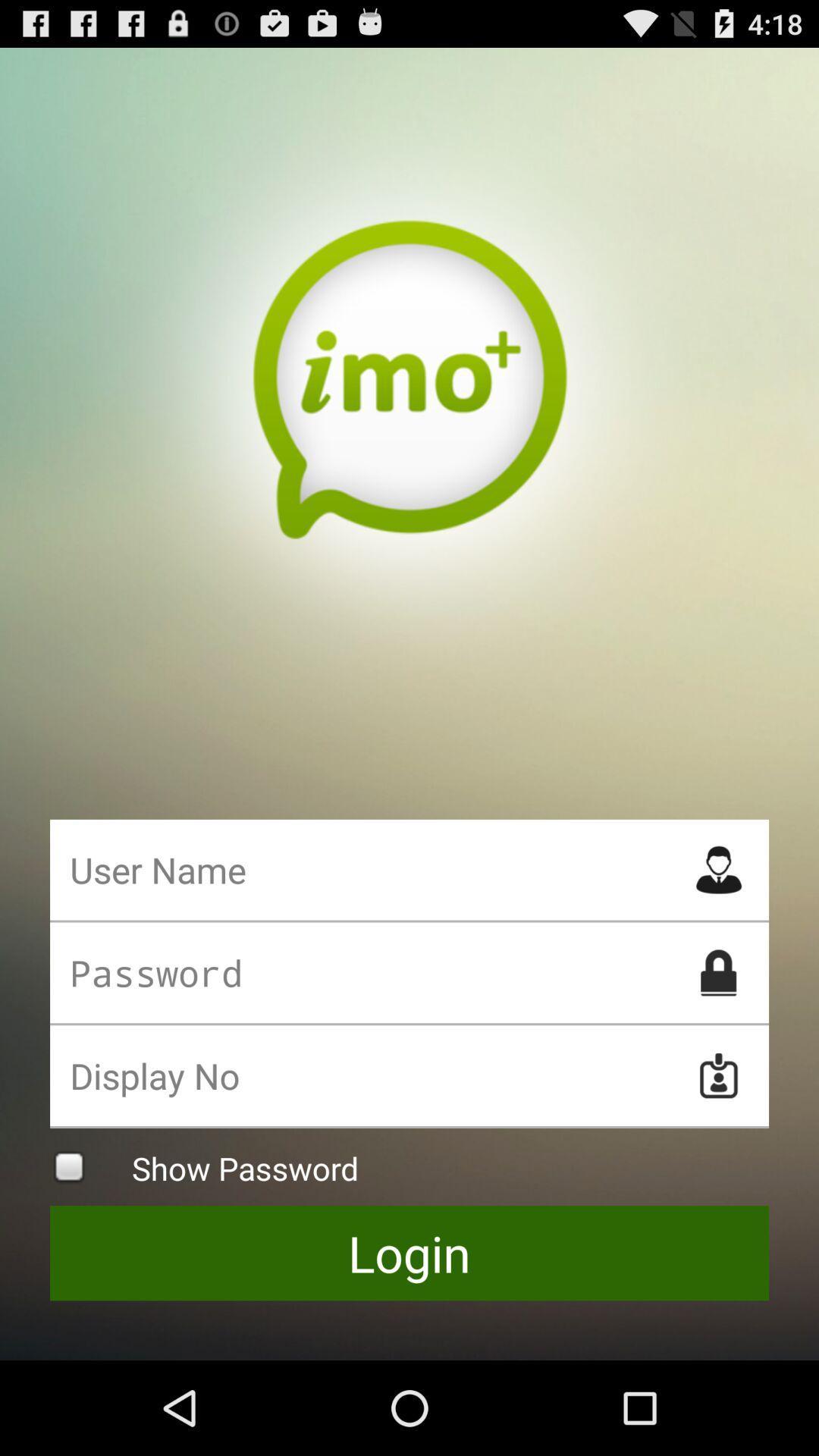 The width and height of the screenshot is (819, 1456). I want to click on the item above the login item, so click(409, 1166).